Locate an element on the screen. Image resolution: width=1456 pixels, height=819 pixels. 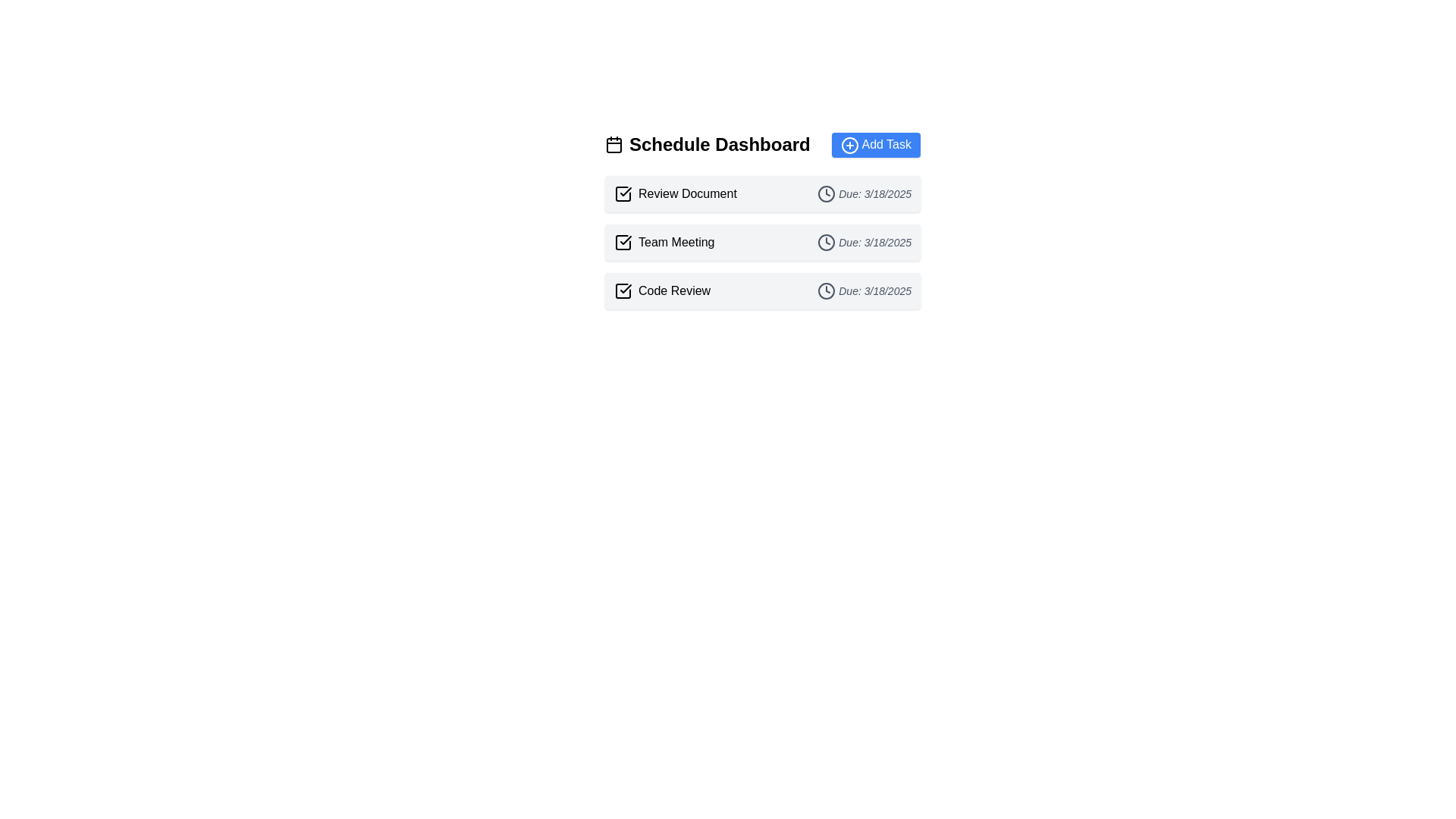
check-mark icon within the checkbox for the second task in the vertical column of task items is located at coordinates (626, 239).